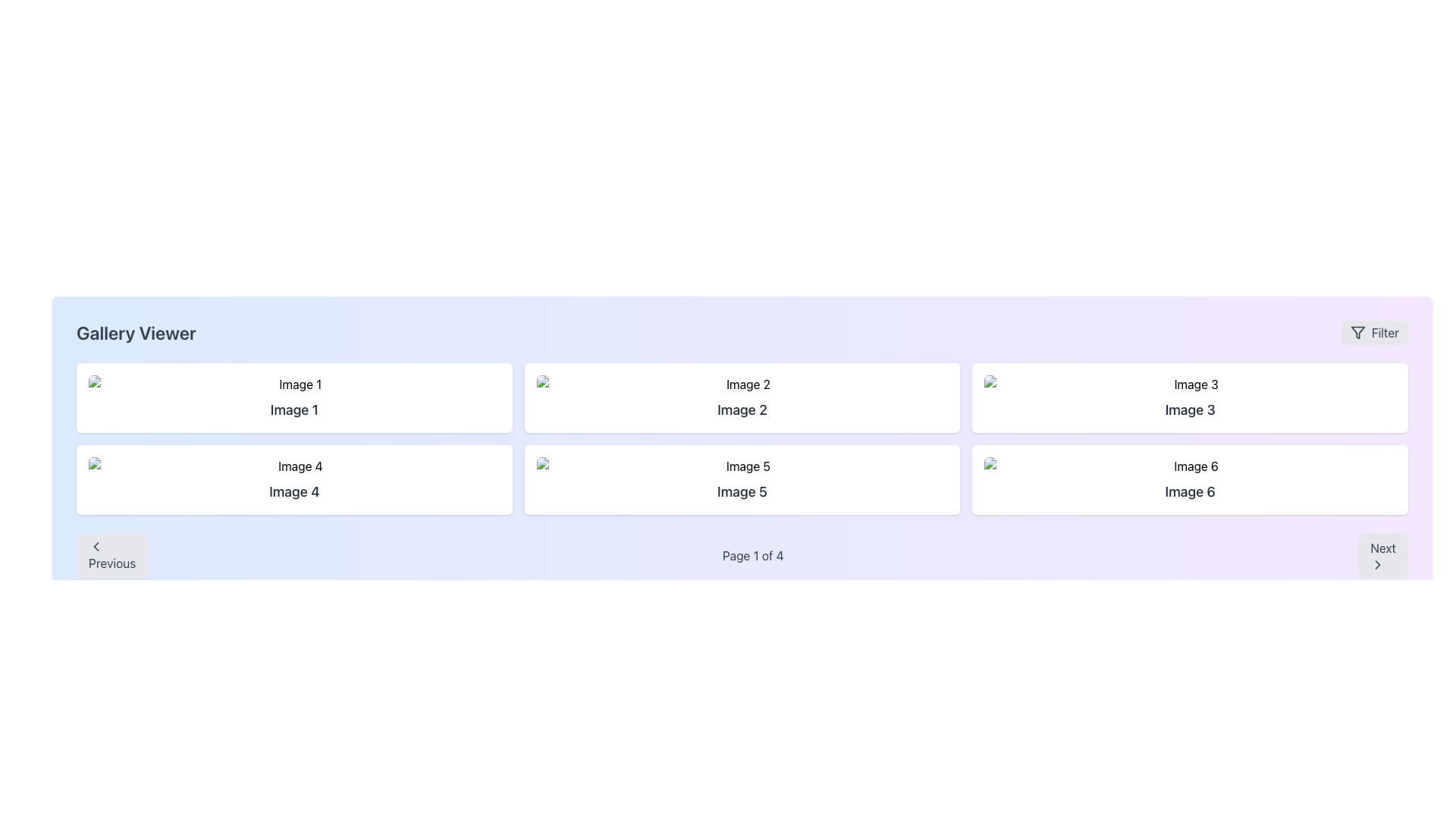  What do you see at coordinates (294, 397) in the screenshot?
I see `the Image card with label located in the first row and first column of the grid layout, serving as a visual representation of an image` at bounding box center [294, 397].